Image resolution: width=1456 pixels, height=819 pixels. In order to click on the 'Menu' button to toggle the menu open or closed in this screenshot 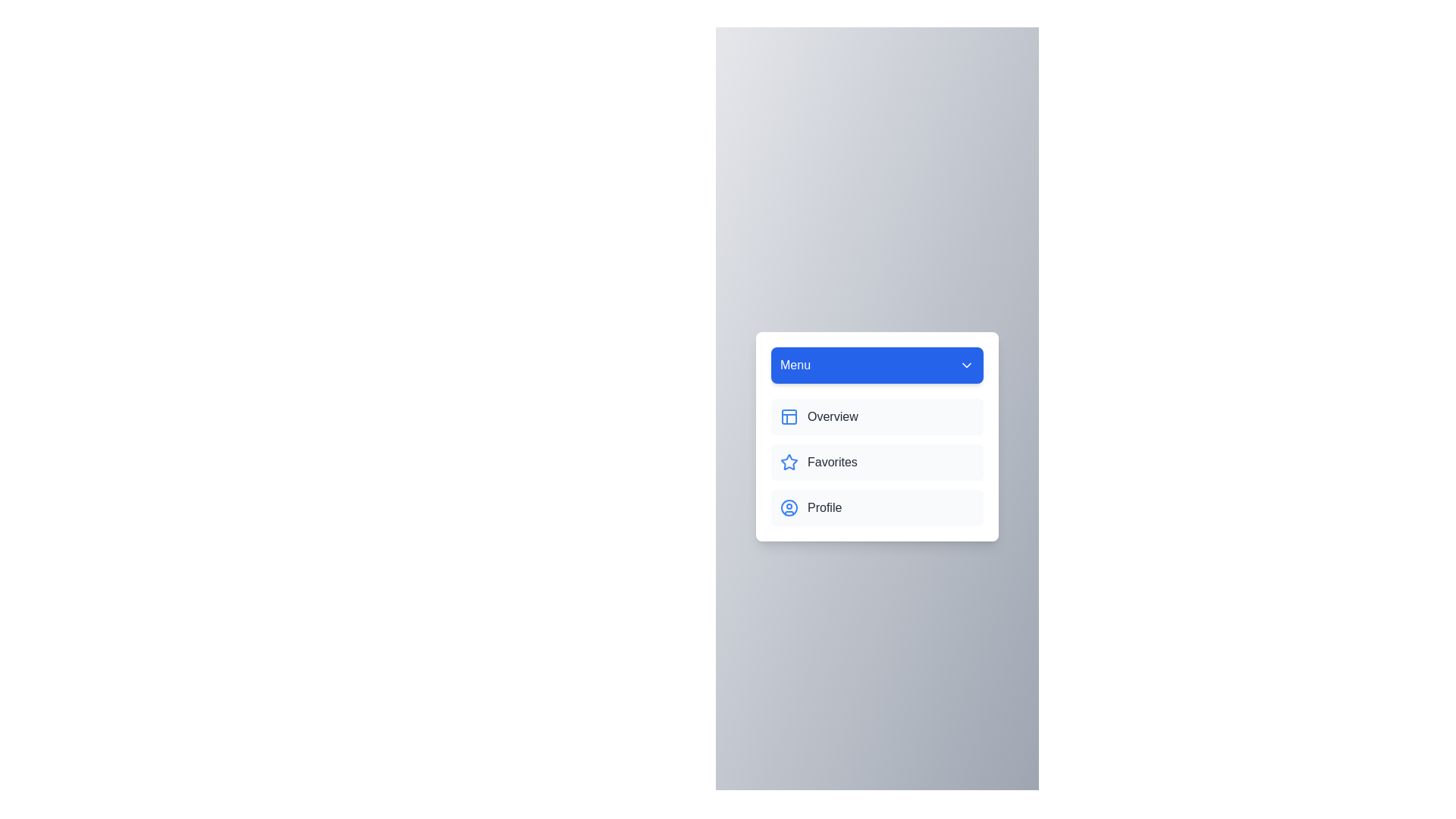, I will do `click(877, 366)`.